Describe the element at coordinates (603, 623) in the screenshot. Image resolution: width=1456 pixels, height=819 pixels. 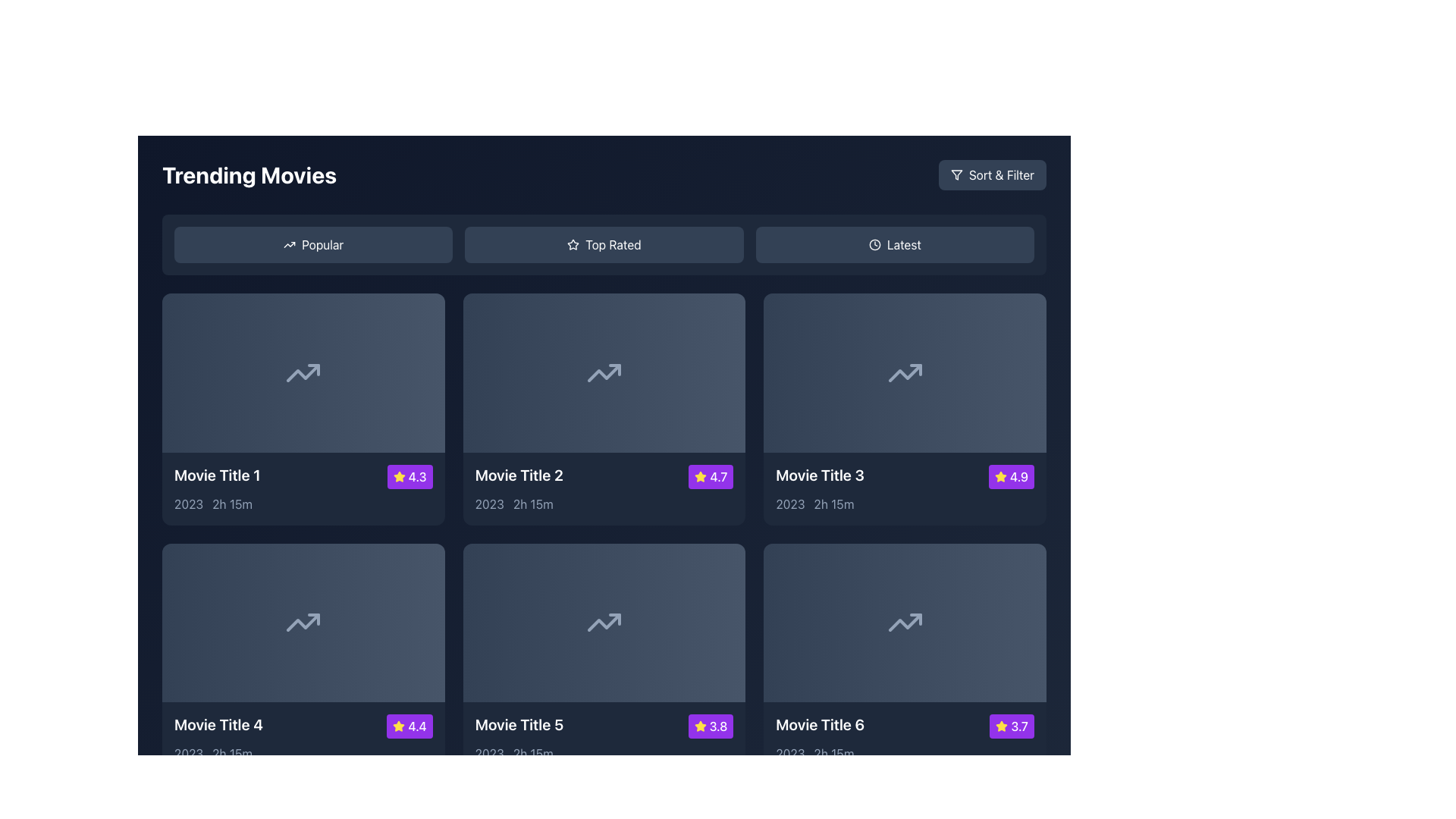
I see `the thumbnail representing the movie titled 'Movie Title 5', located in the second row, third column of the trending movies grid` at that location.